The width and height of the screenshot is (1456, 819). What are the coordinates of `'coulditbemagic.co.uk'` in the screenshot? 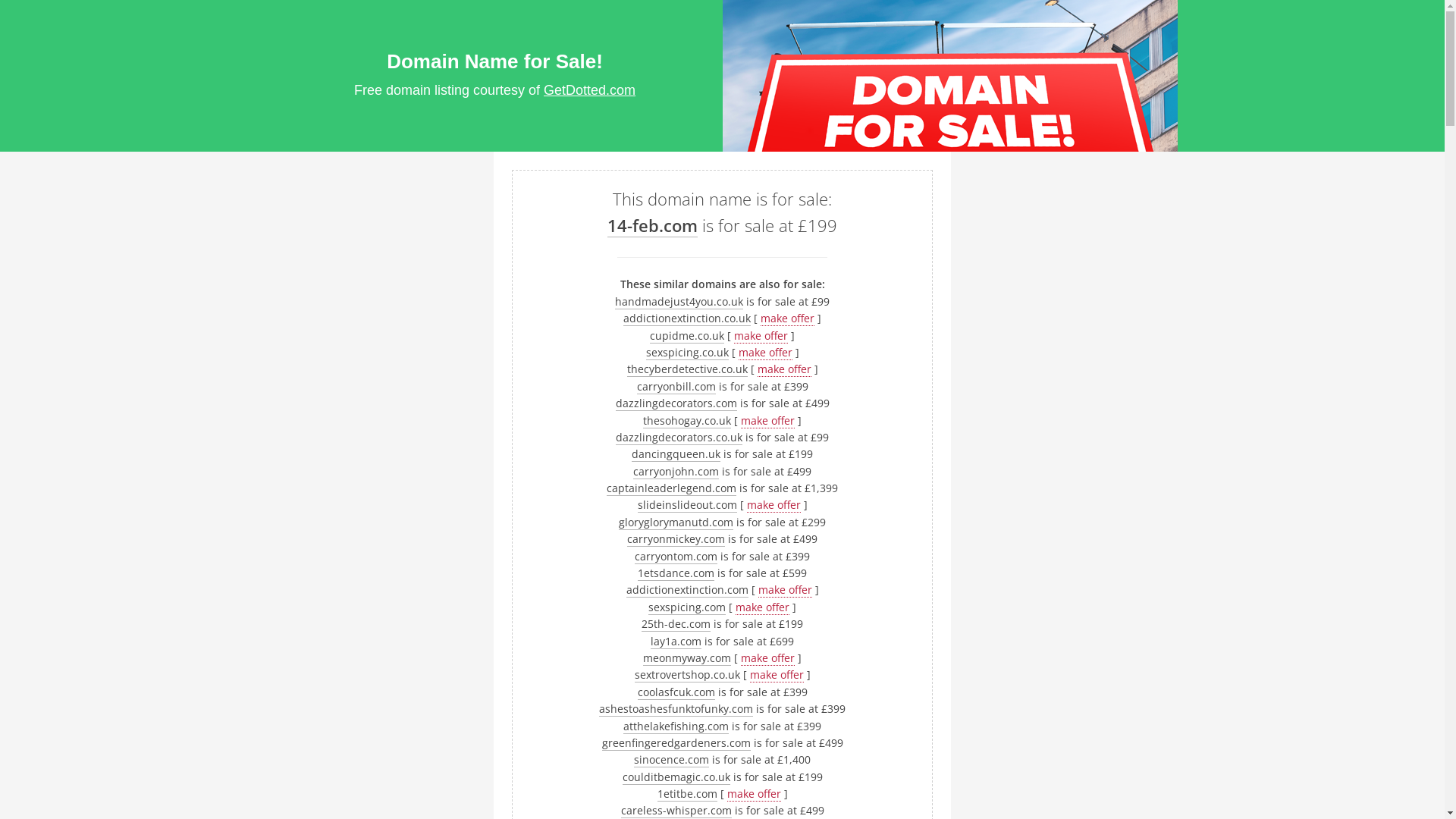 It's located at (675, 777).